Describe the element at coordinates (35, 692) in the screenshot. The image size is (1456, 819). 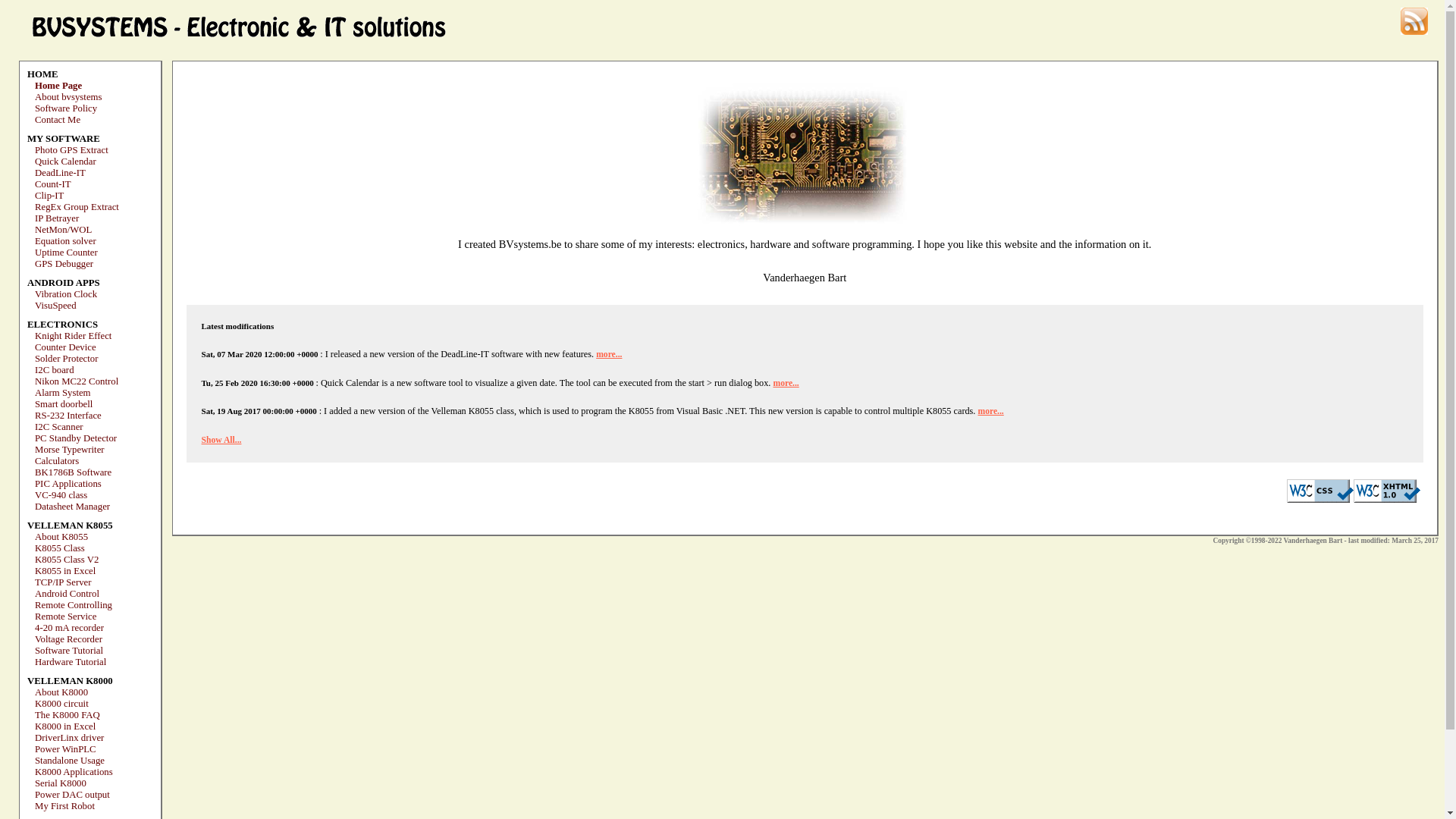
I see `'About K8000'` at that location.